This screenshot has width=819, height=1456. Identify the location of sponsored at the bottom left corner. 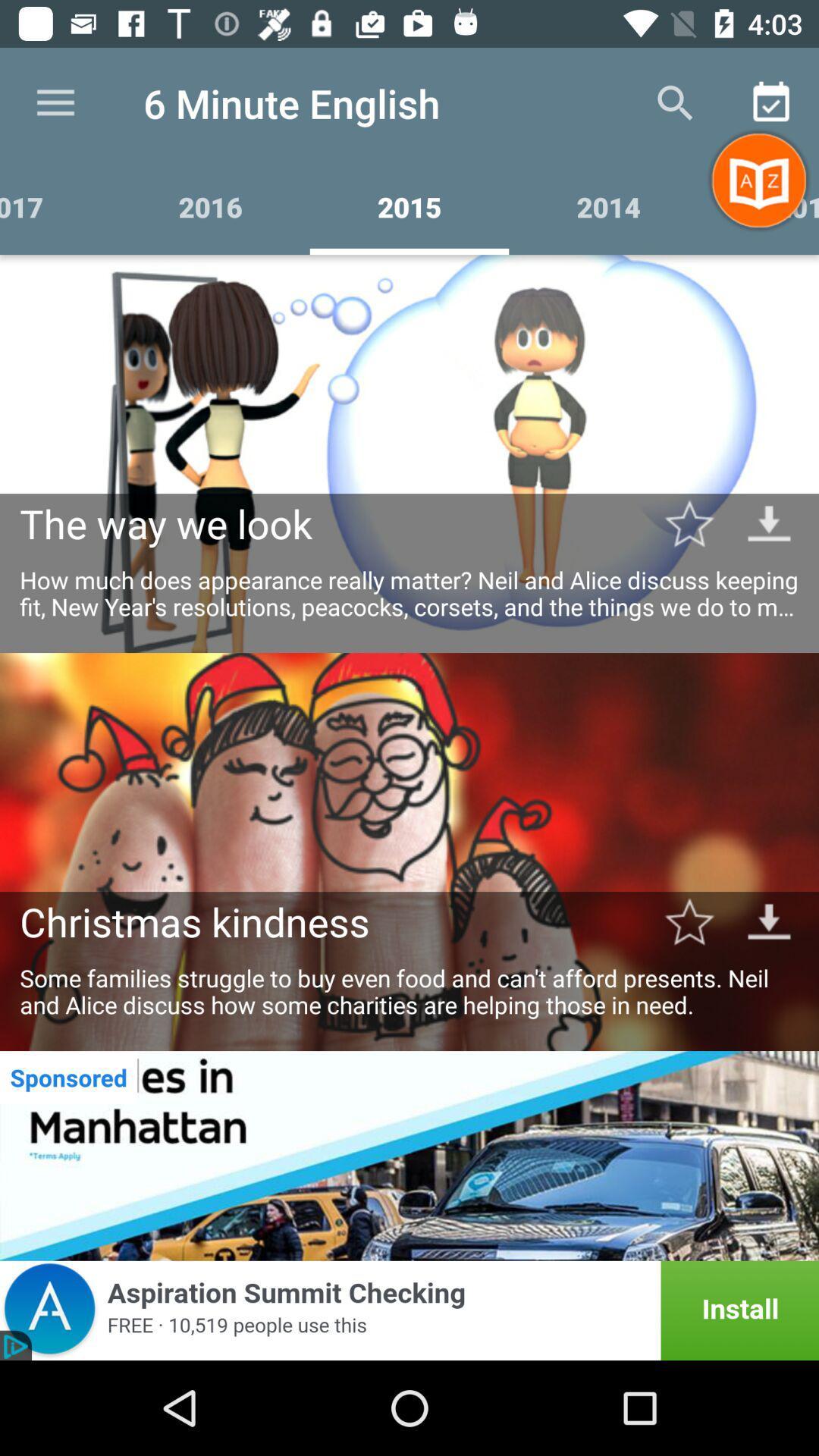
(68, 1076).